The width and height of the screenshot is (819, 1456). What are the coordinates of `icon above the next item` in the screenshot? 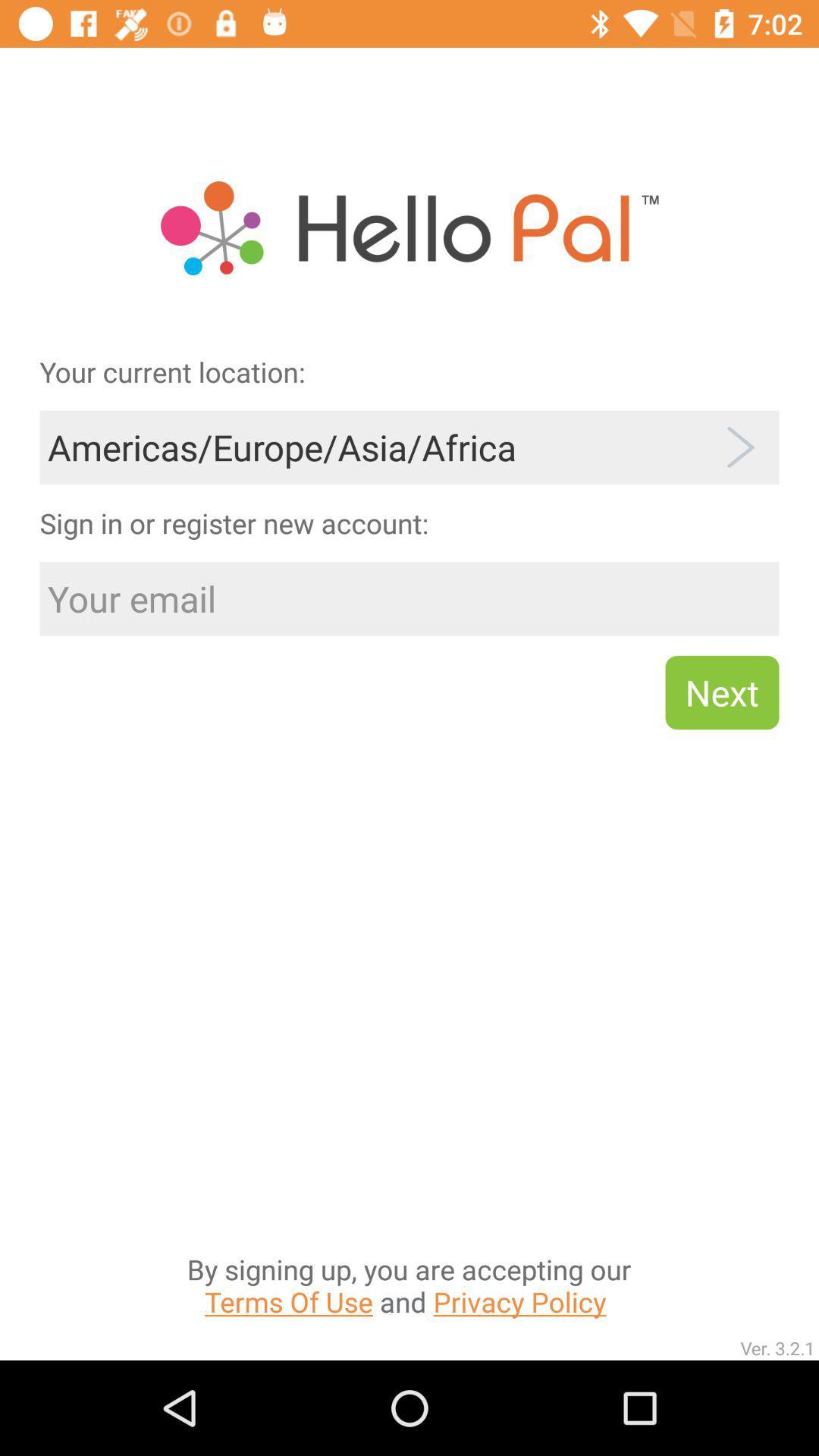 It's located at (409, 598).